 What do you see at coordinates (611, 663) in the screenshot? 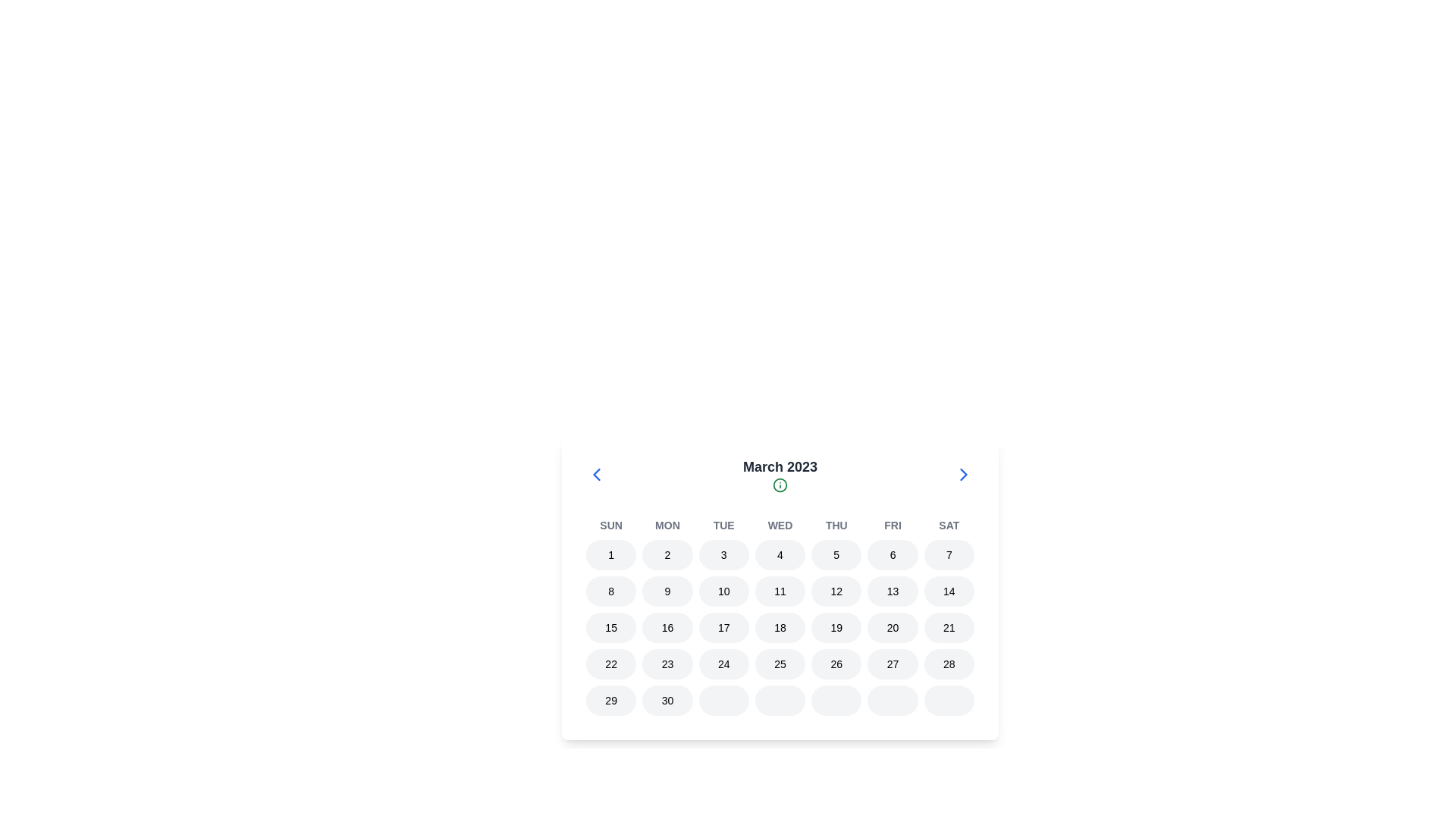
I see `the circular button displaying the number '22' with a light gray background, located at the far left end of the displayed week in the calendar grid` at bounding box center [611, 663].